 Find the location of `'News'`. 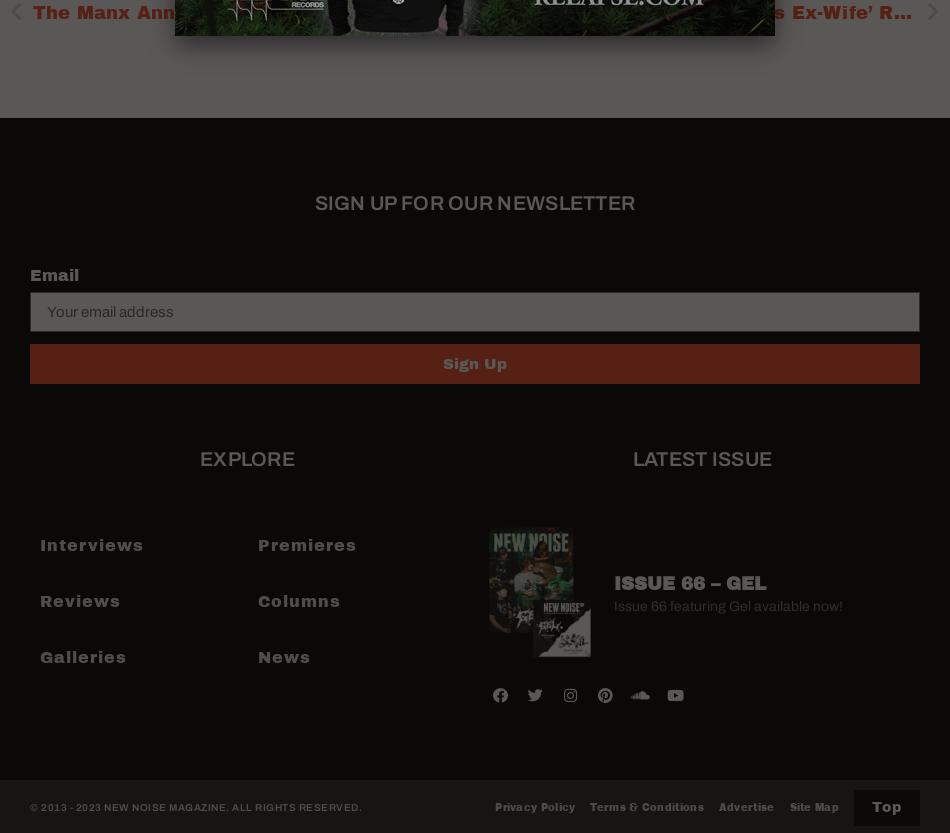

'News' is located at coordinates (282, 656).